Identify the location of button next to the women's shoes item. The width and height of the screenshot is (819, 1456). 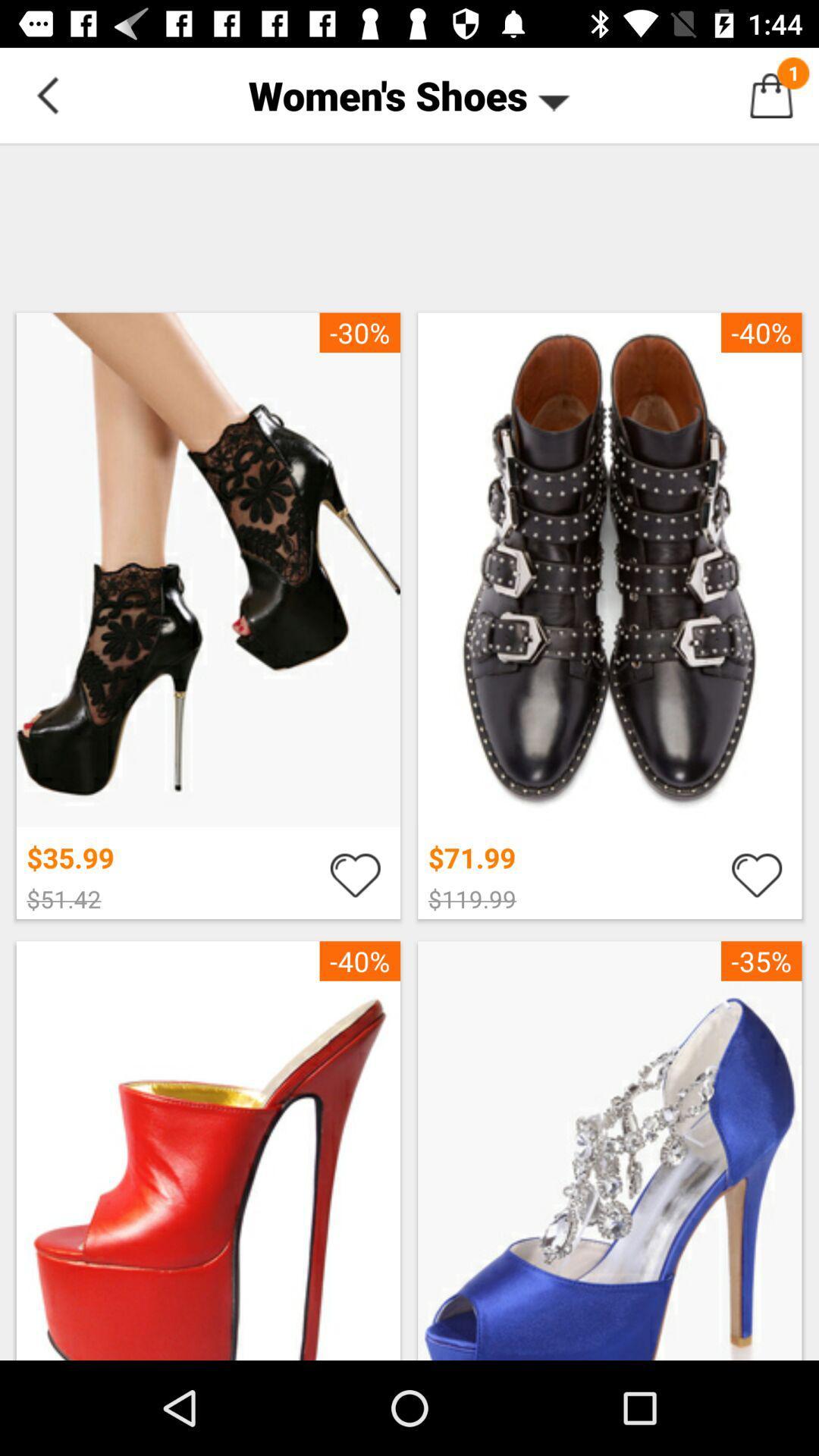
(46, 94).